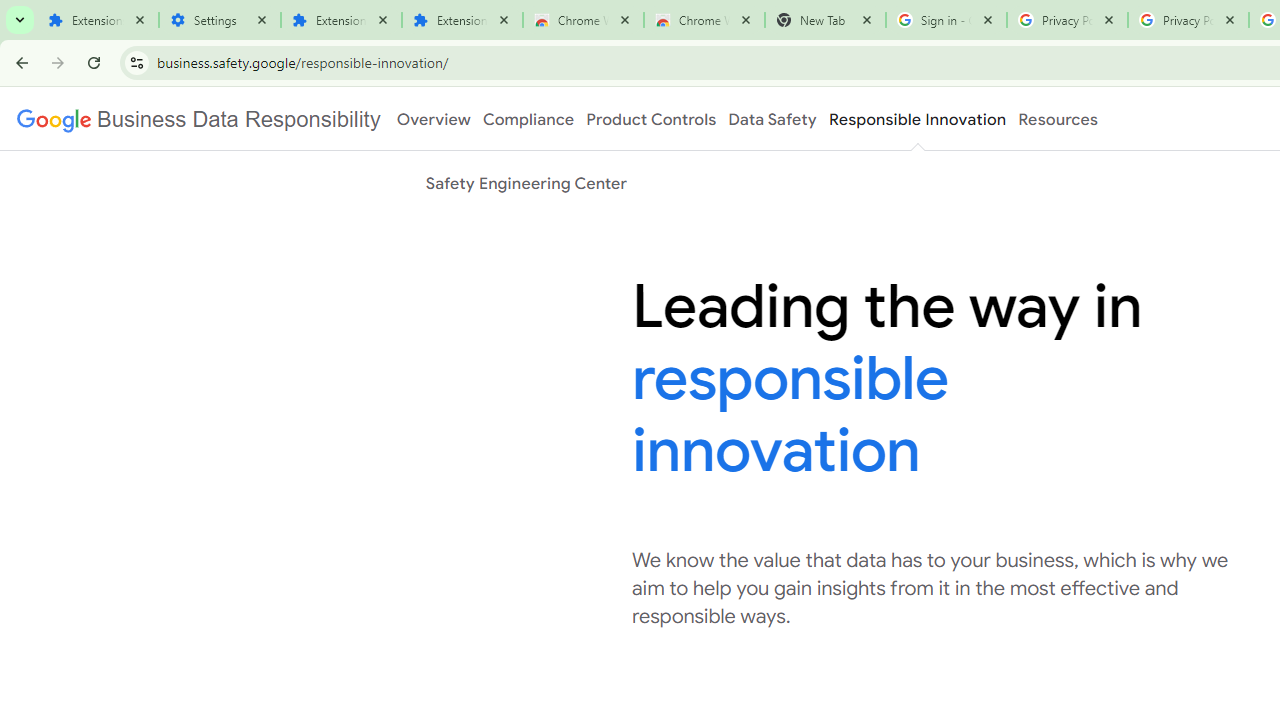  What do you see at coordinates (825, 20) in the screenshot?
I see `'New Tab'` at bounding box center [825, 20].